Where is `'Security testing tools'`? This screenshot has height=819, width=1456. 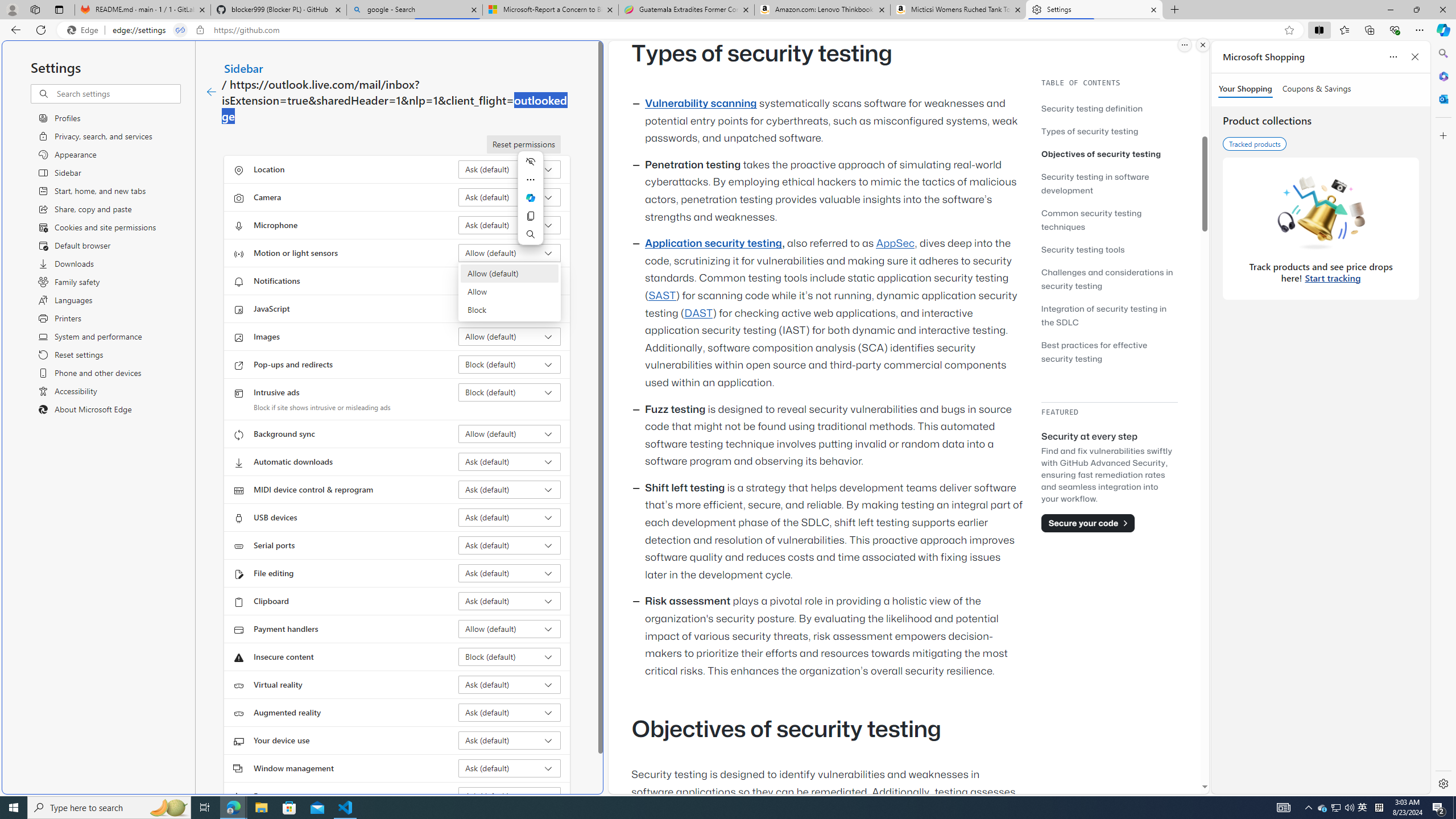 'Security testing tools' is located at coordinates (1082, 249).